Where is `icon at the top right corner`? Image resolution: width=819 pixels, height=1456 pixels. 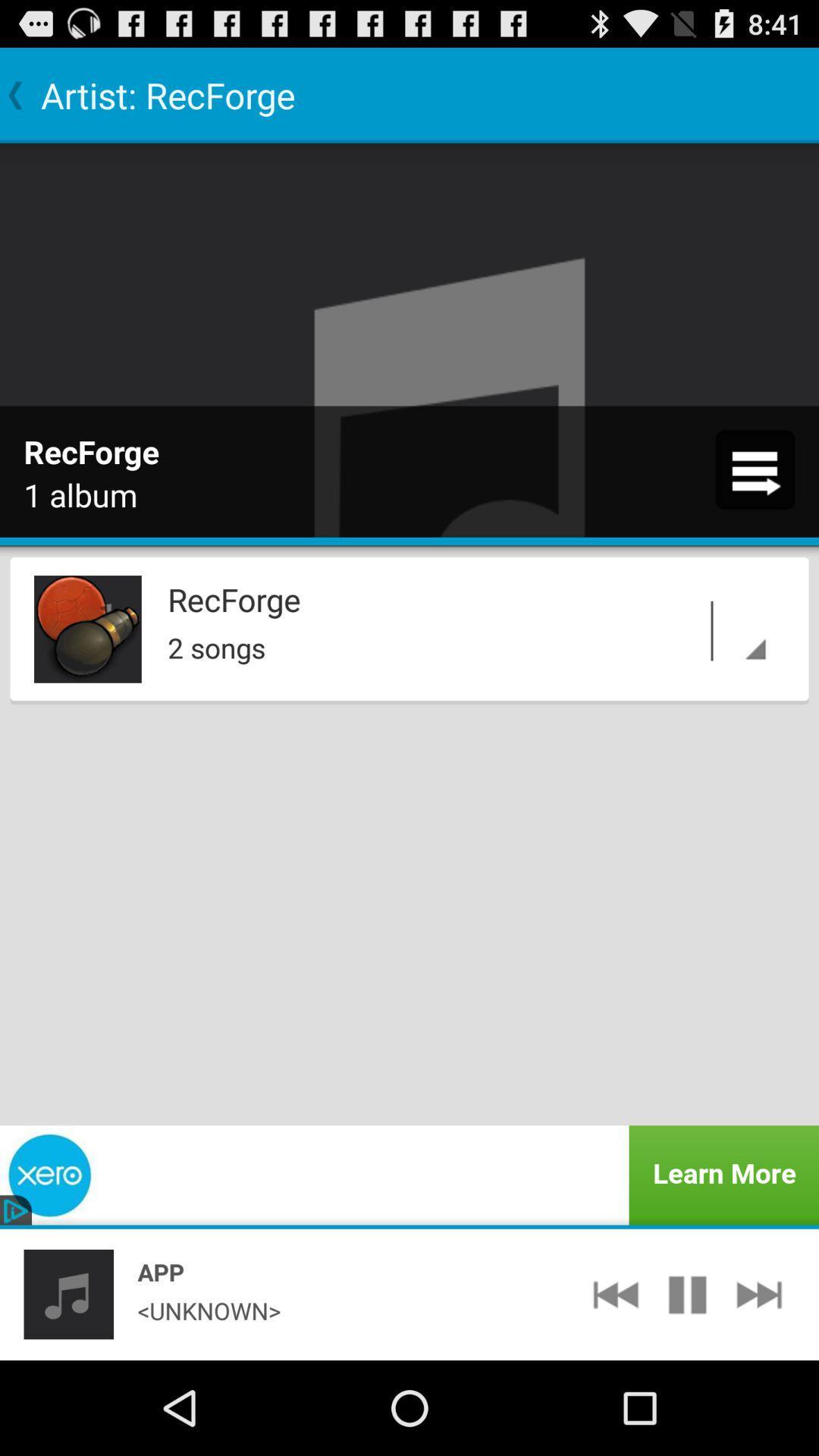
icon at the top right corner is located at coordinates (755, 469).